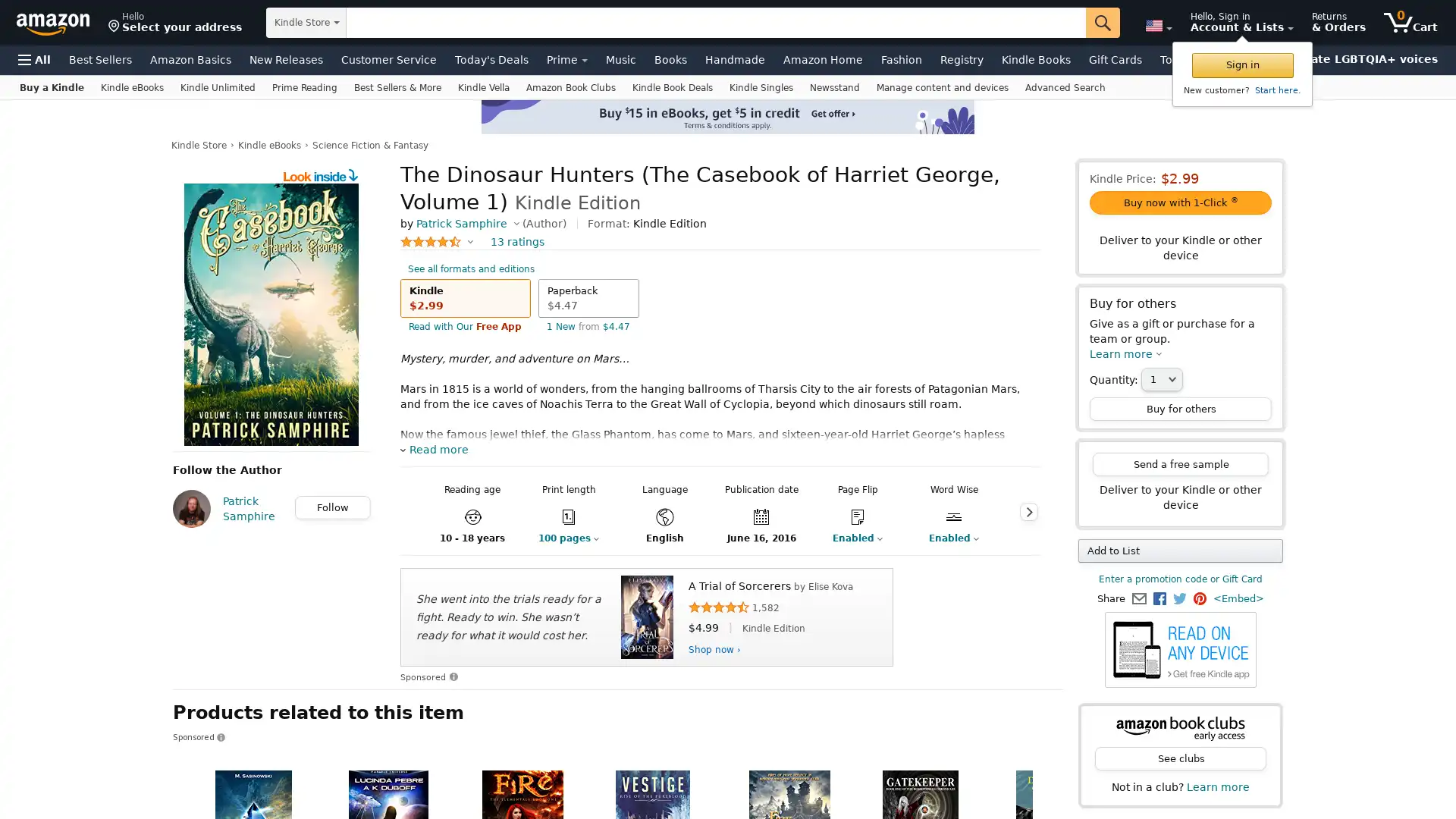 This screenshot has width=1456, height=819. Describe the element at coordinates (1179, 758) in the screenshot. I see `See clubs` at that location.